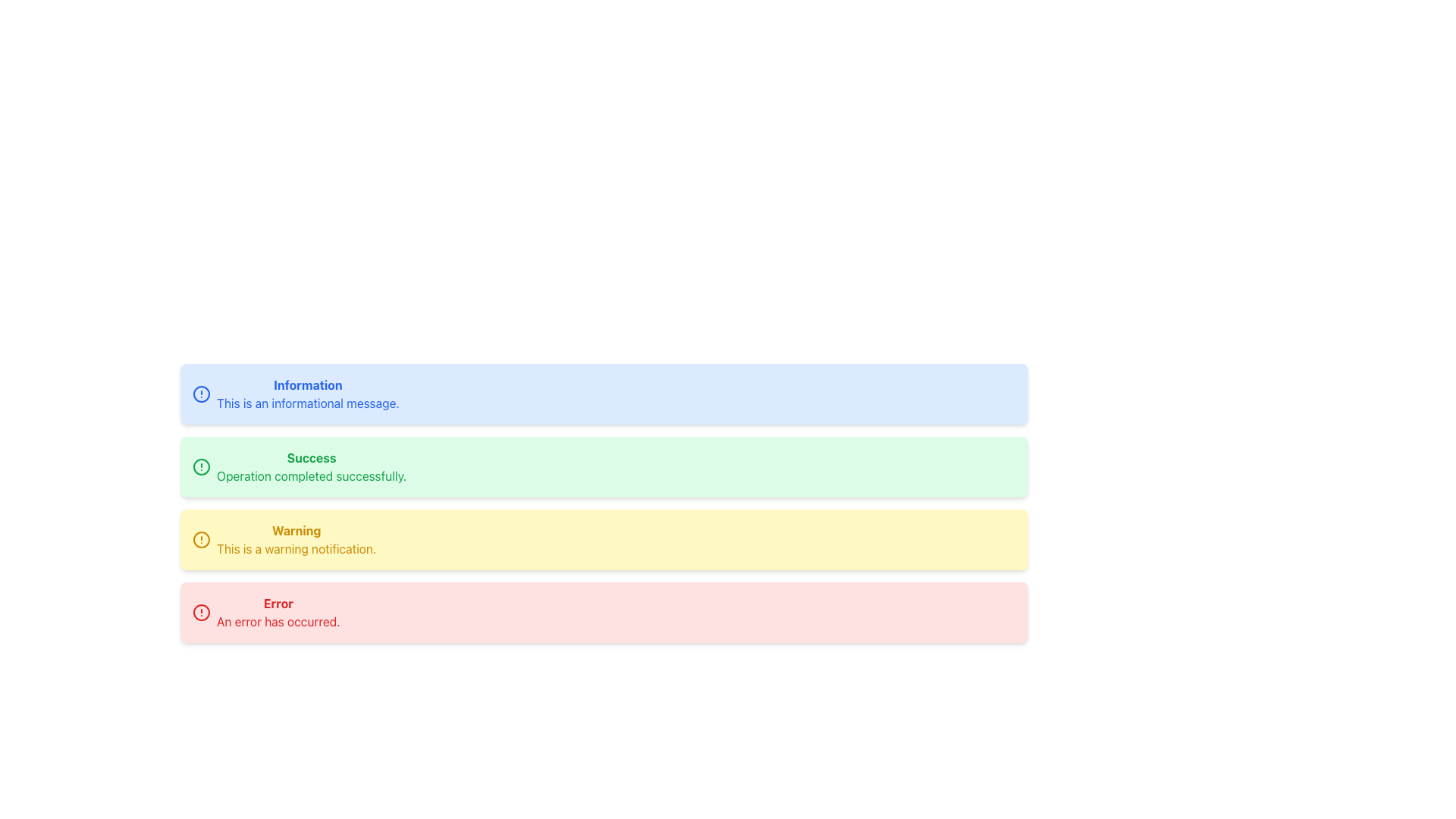 This screenshot has width=1456, height=819. What do you see at coordinates (311, 466) in the screenshot?
I see `the success notification text element located in the second green notification block, which indicates that an operation has completed successfully` at bounding box center [311, 466].